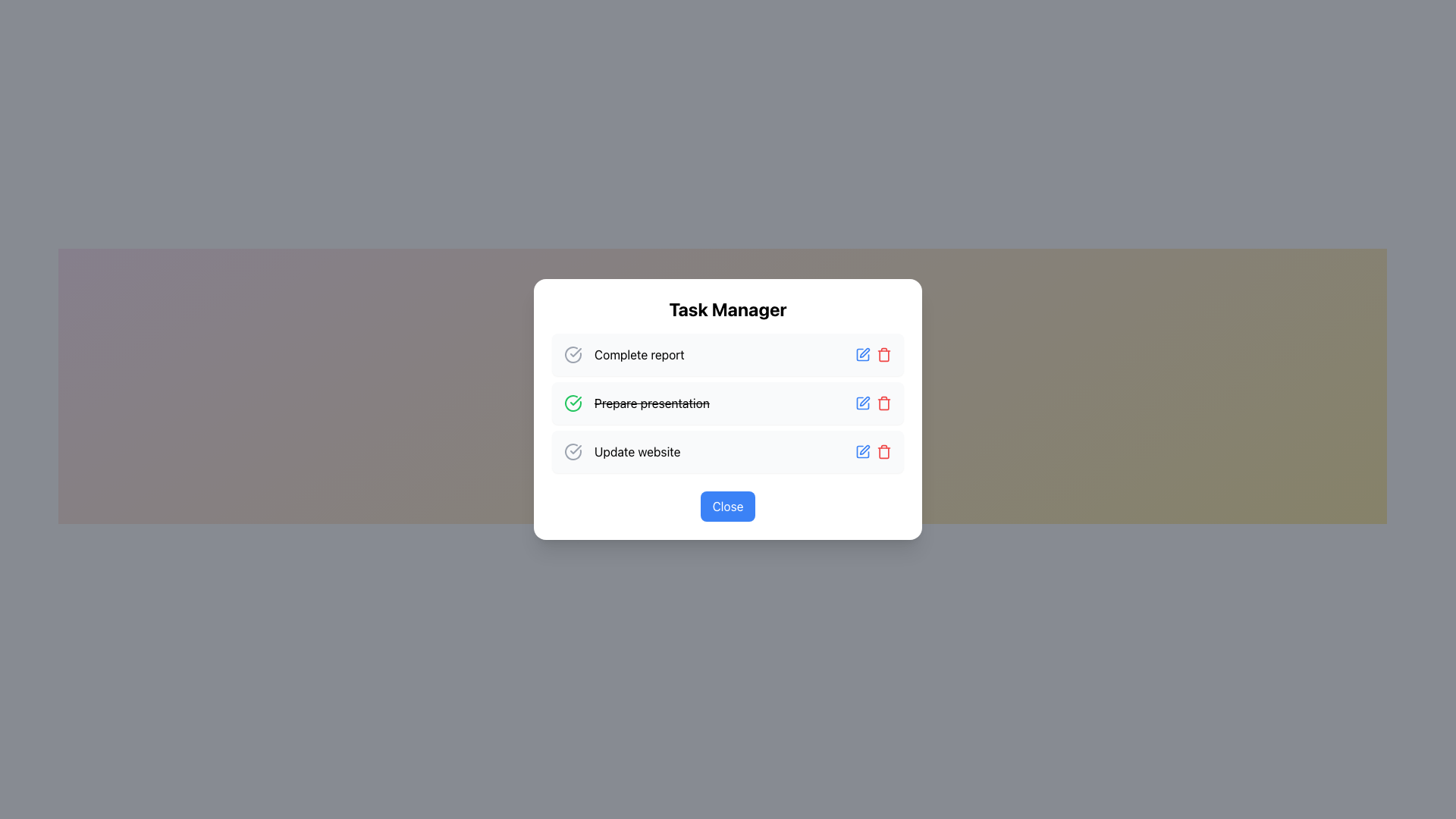 Image resolution: width=1456 pixels, height=819 pixels. I want to click on the status icon located to the left of the 'Complete report' text, which visually indicates completion or selection, so click(572, 354).